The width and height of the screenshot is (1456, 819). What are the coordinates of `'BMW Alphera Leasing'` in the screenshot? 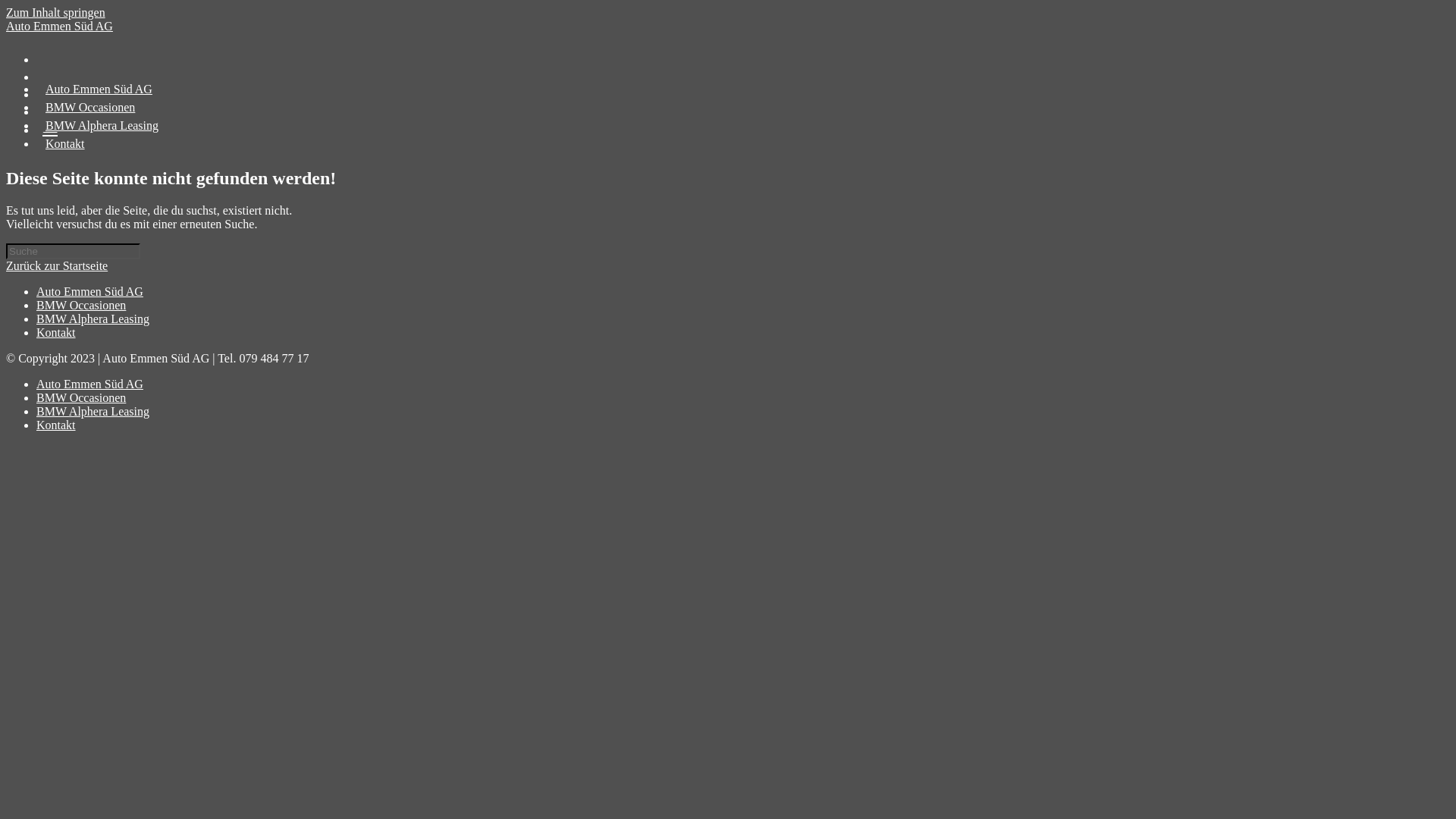 It's located at (92, 318).